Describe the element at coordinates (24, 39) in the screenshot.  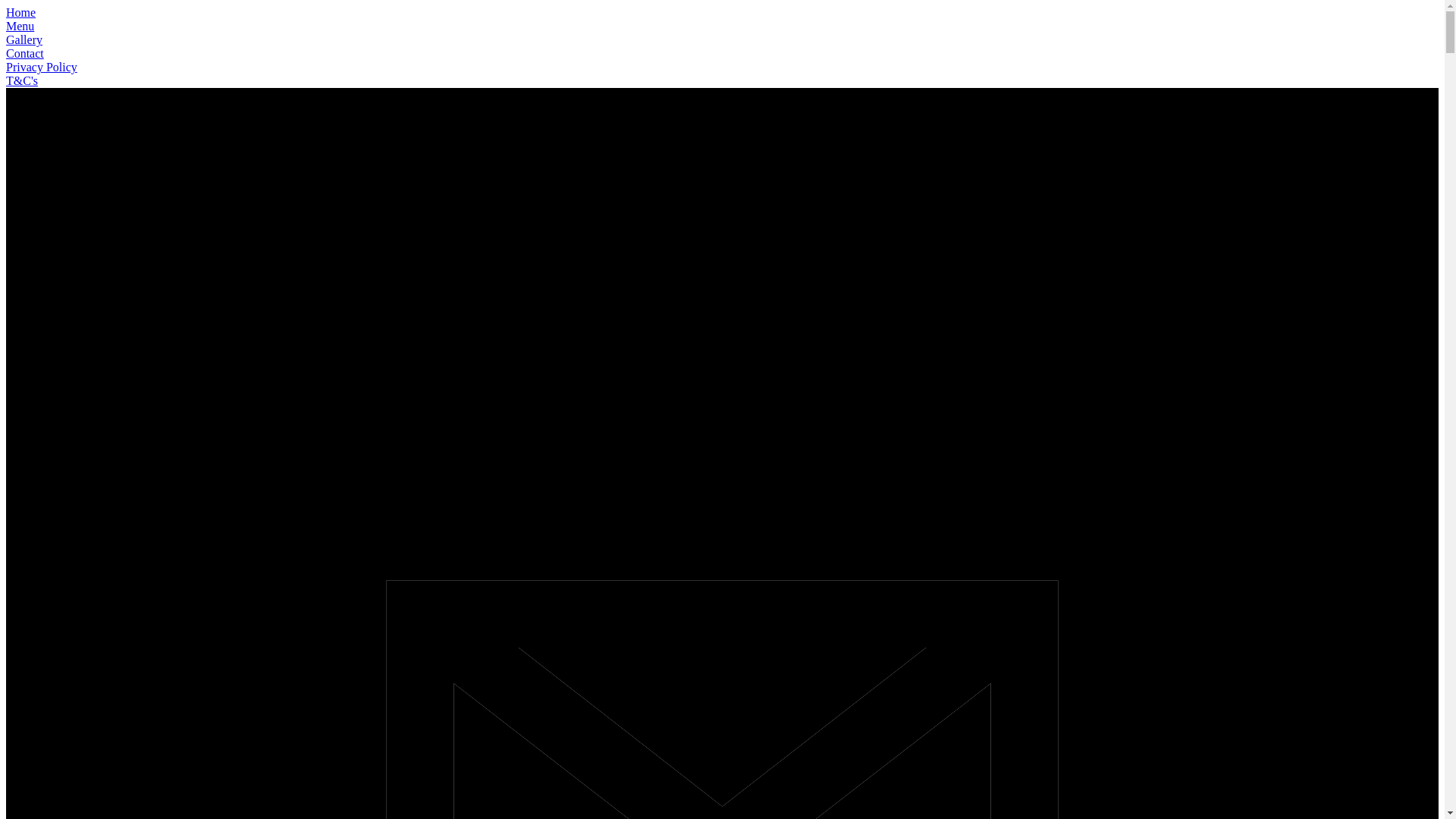
I see `'Gallery'` at that location.